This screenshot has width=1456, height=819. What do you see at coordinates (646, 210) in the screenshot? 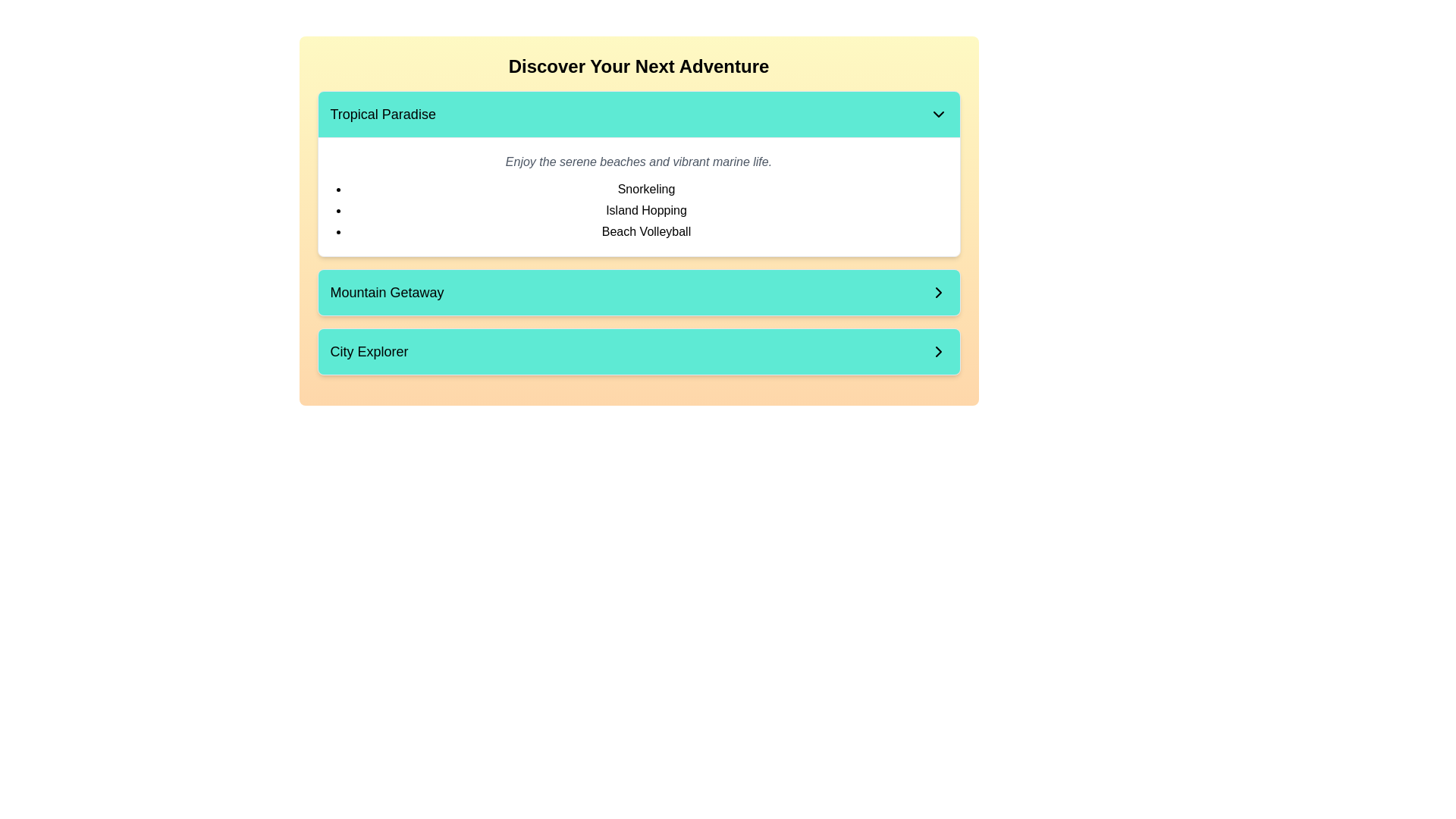
I see `the text label displaying 'Island Hopping', which is the second item in the vertical list under the 'Tropical Paradise' section, positioned between 'Snorkeling' and 'Beach Volleyball'` at bounding box center [646, 210].